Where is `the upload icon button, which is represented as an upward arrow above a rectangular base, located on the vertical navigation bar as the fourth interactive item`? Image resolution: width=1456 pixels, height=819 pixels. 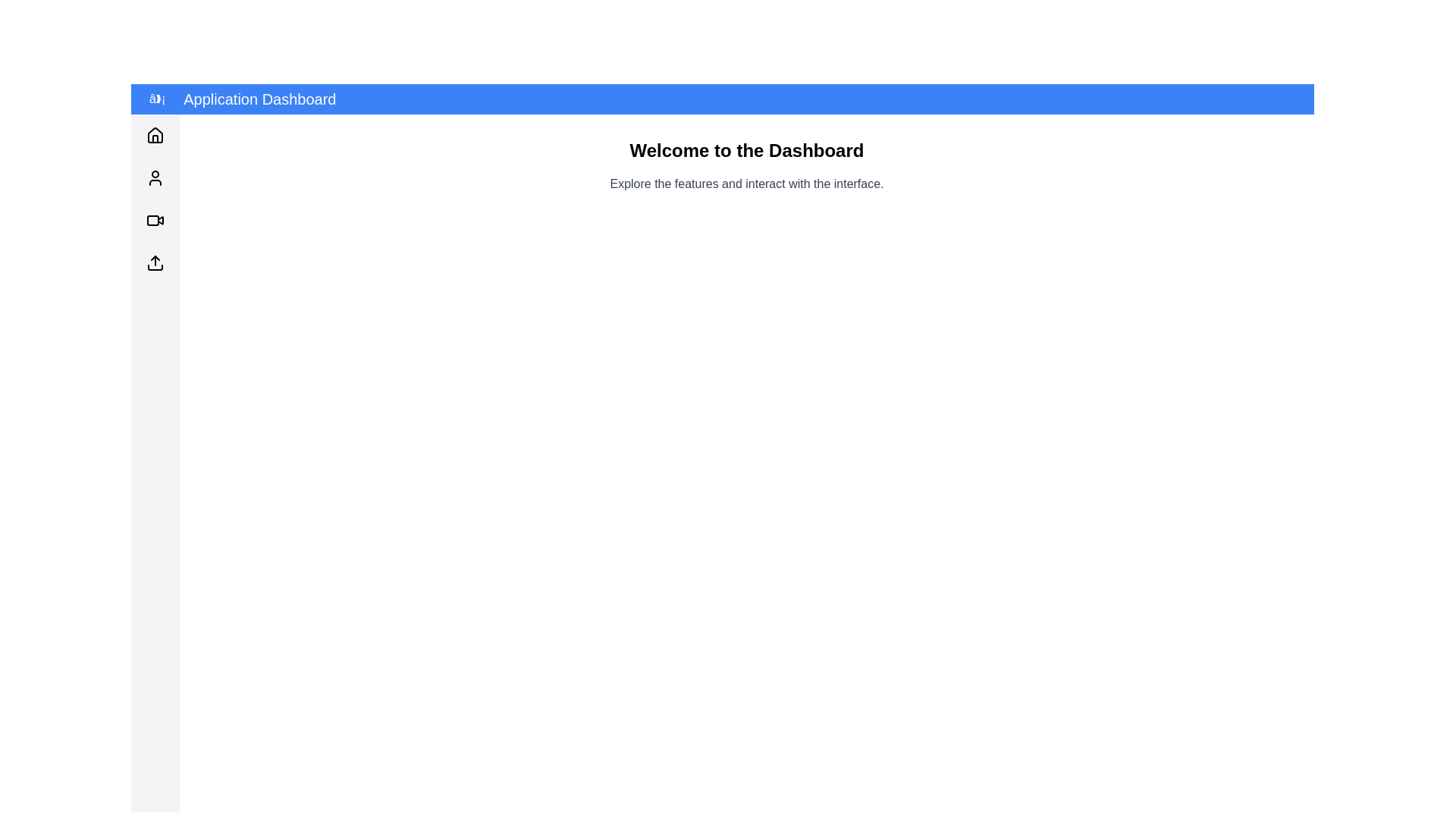 the upload icon button, which is represented as an upward arrow above a rectangular base, located on the vertical navigation bar as the fourth interactive item is located at coordinates (155, 262).